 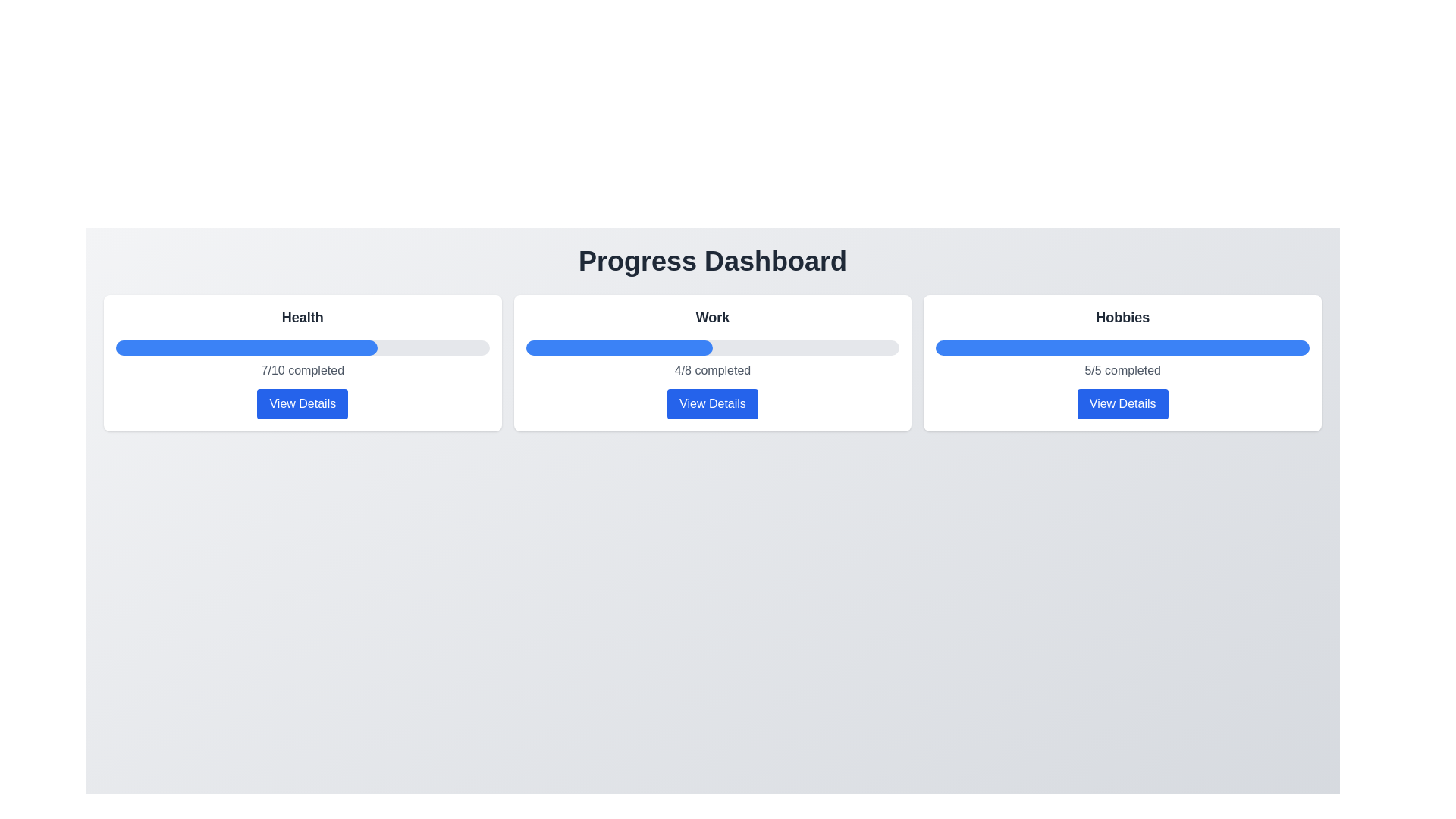 What do you see at coordinates (712, 371) in the screenshot?
I see `the static text displaying '4/8 completed' in gray font, located below the progress bar and above the 'View Details' button in the 'Work' section of the progress card` at bounding box center [712, 371].